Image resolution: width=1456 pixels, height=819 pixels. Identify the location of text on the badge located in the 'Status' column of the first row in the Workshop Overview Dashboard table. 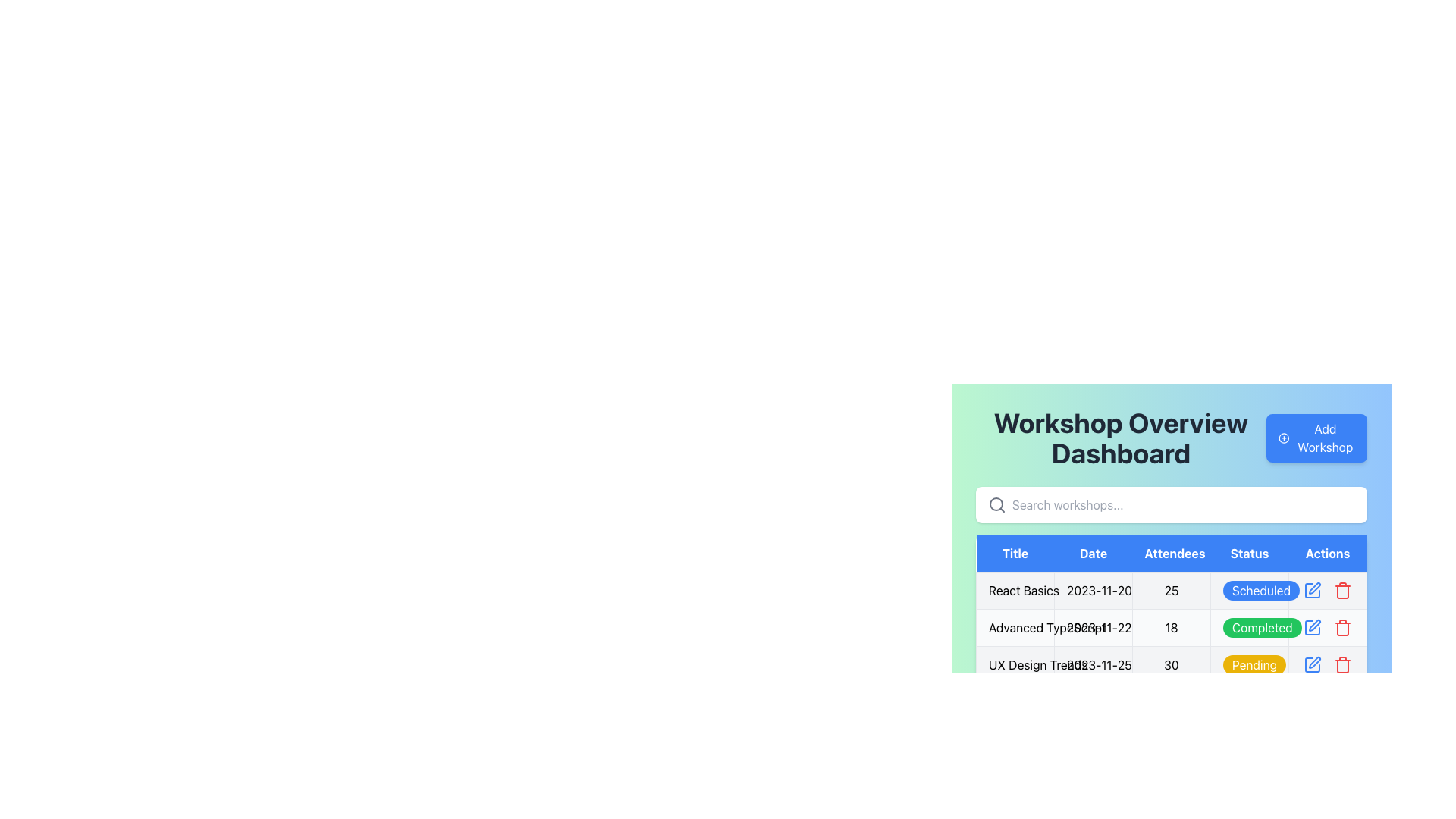
(1261, 590).